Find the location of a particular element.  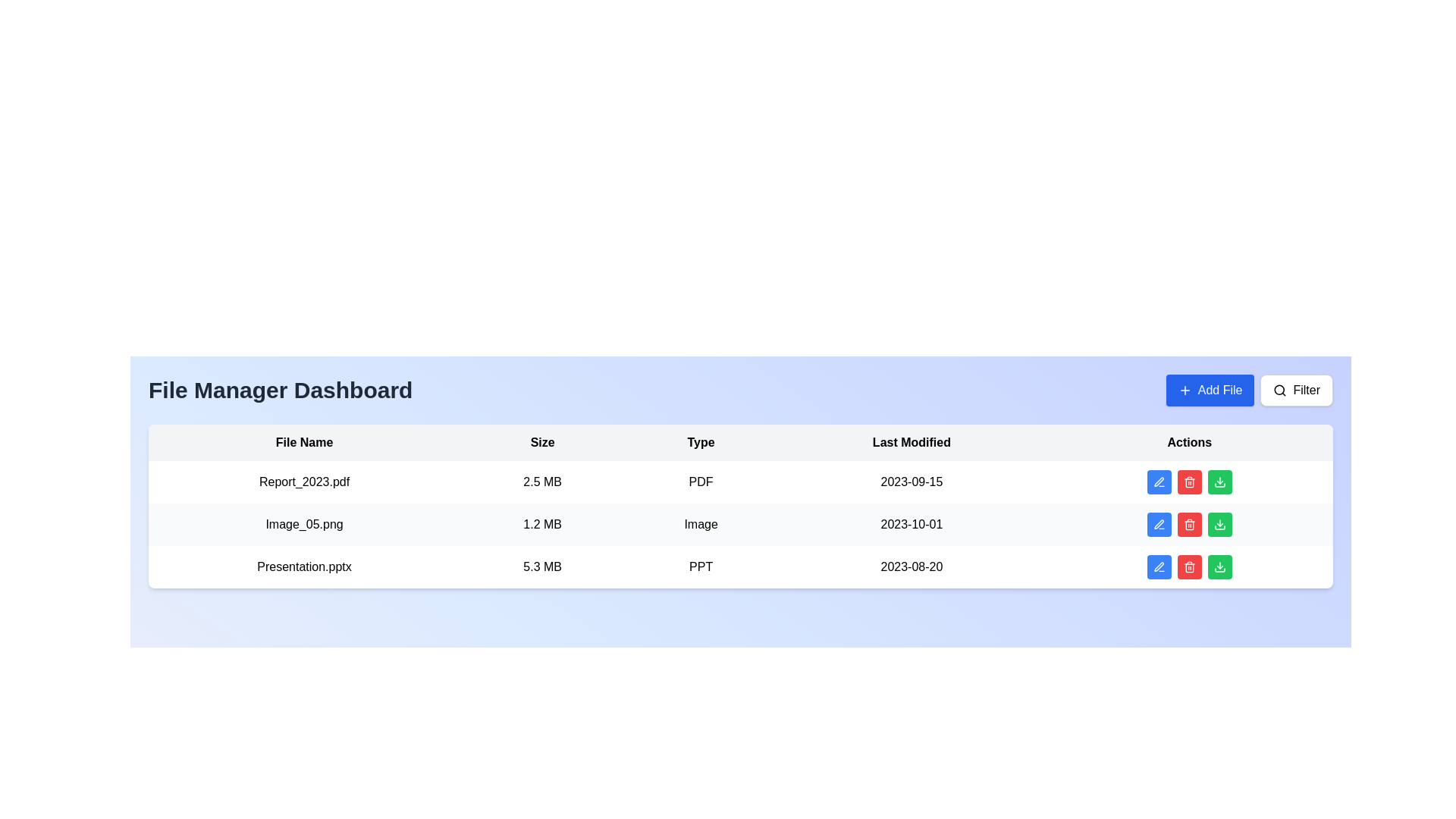

the delete icon button located in the 'Actions' column of the second row in the data table is located at coordinates (1188, 523).